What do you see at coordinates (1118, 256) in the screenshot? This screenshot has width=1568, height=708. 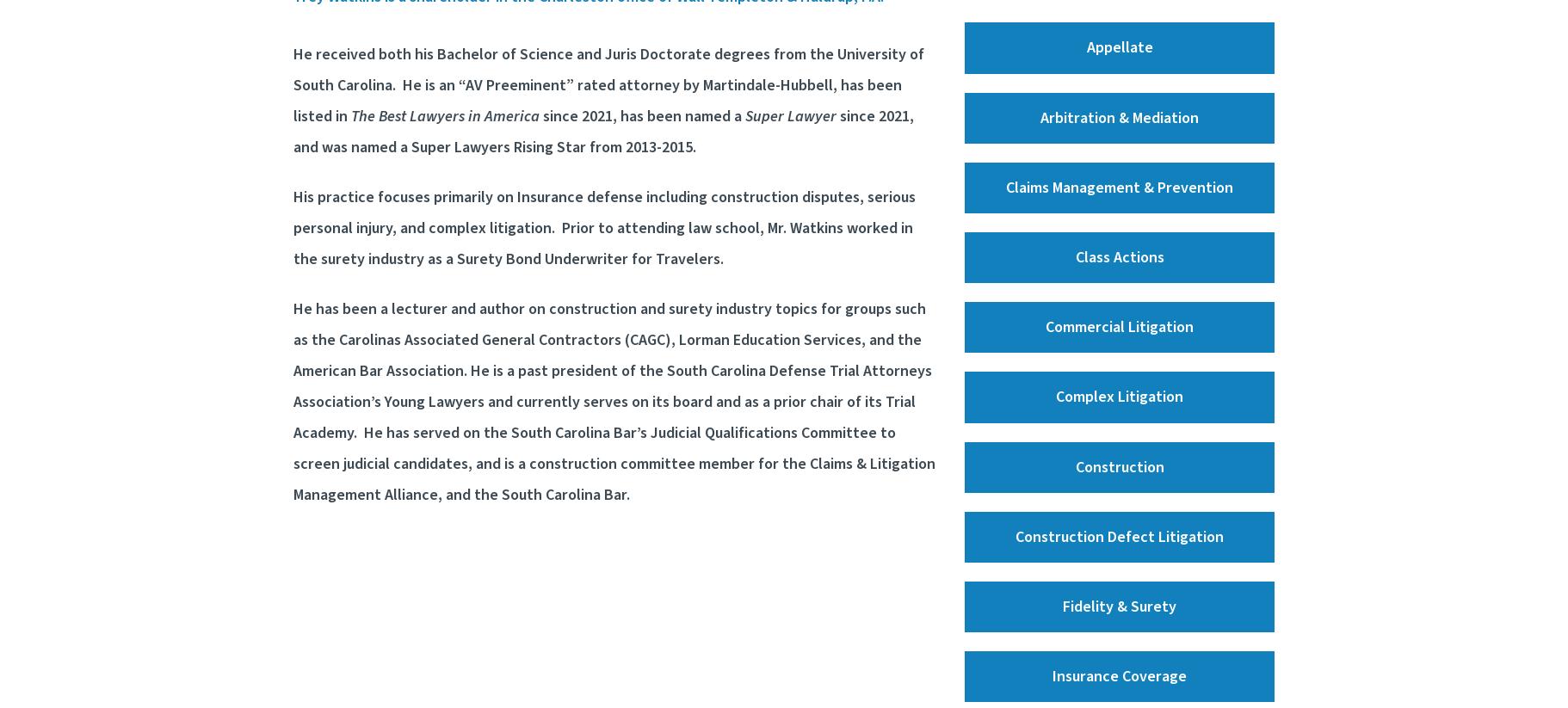 I see `'Class Actions'` at bounding box center [1118, 256].